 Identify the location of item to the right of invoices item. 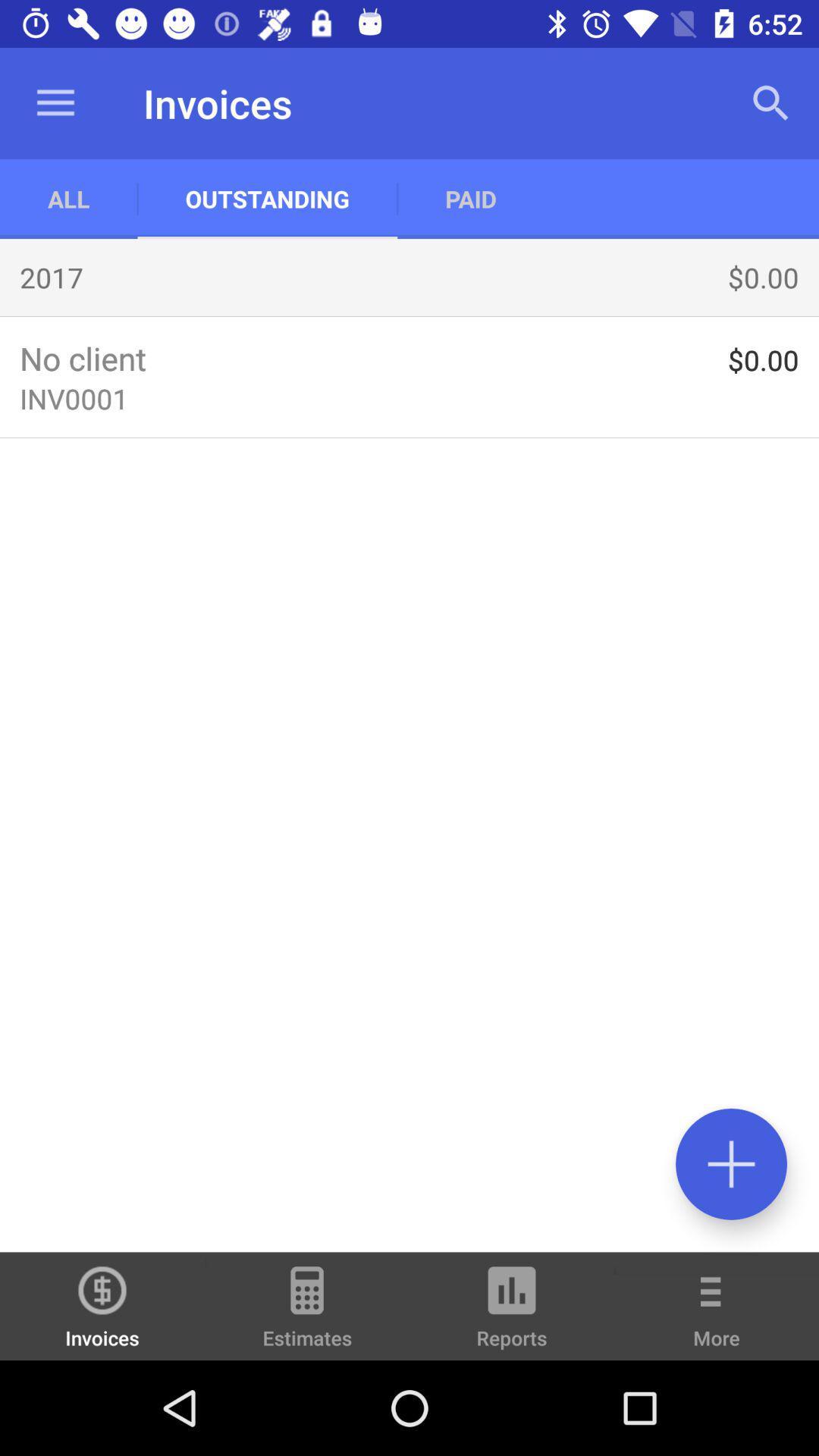
(307, 1313).